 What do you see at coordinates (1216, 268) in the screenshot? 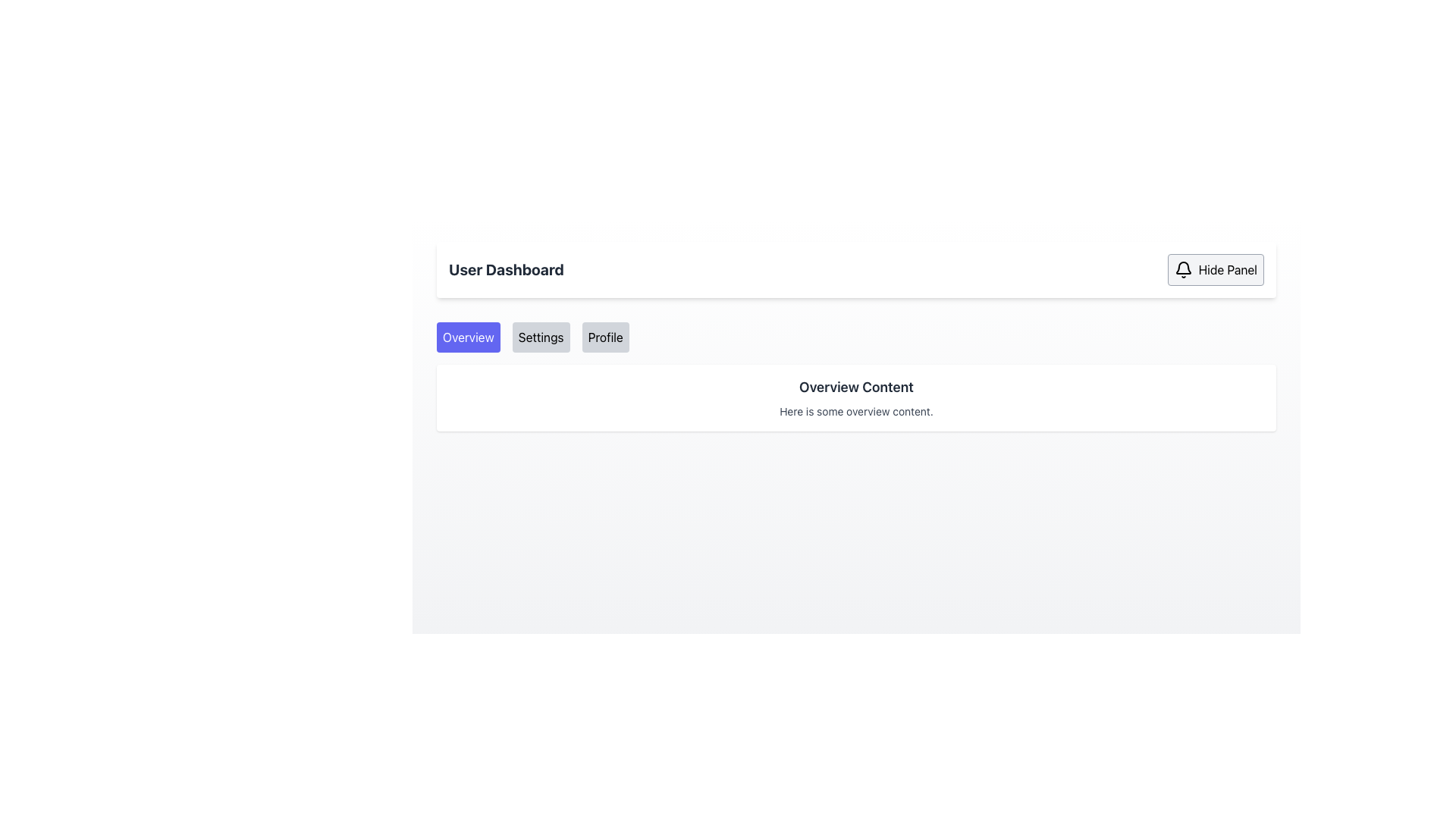
I see `the toggle button in the top-right corner of the 'User Dashboard'` at bounding box center [1216, 268].